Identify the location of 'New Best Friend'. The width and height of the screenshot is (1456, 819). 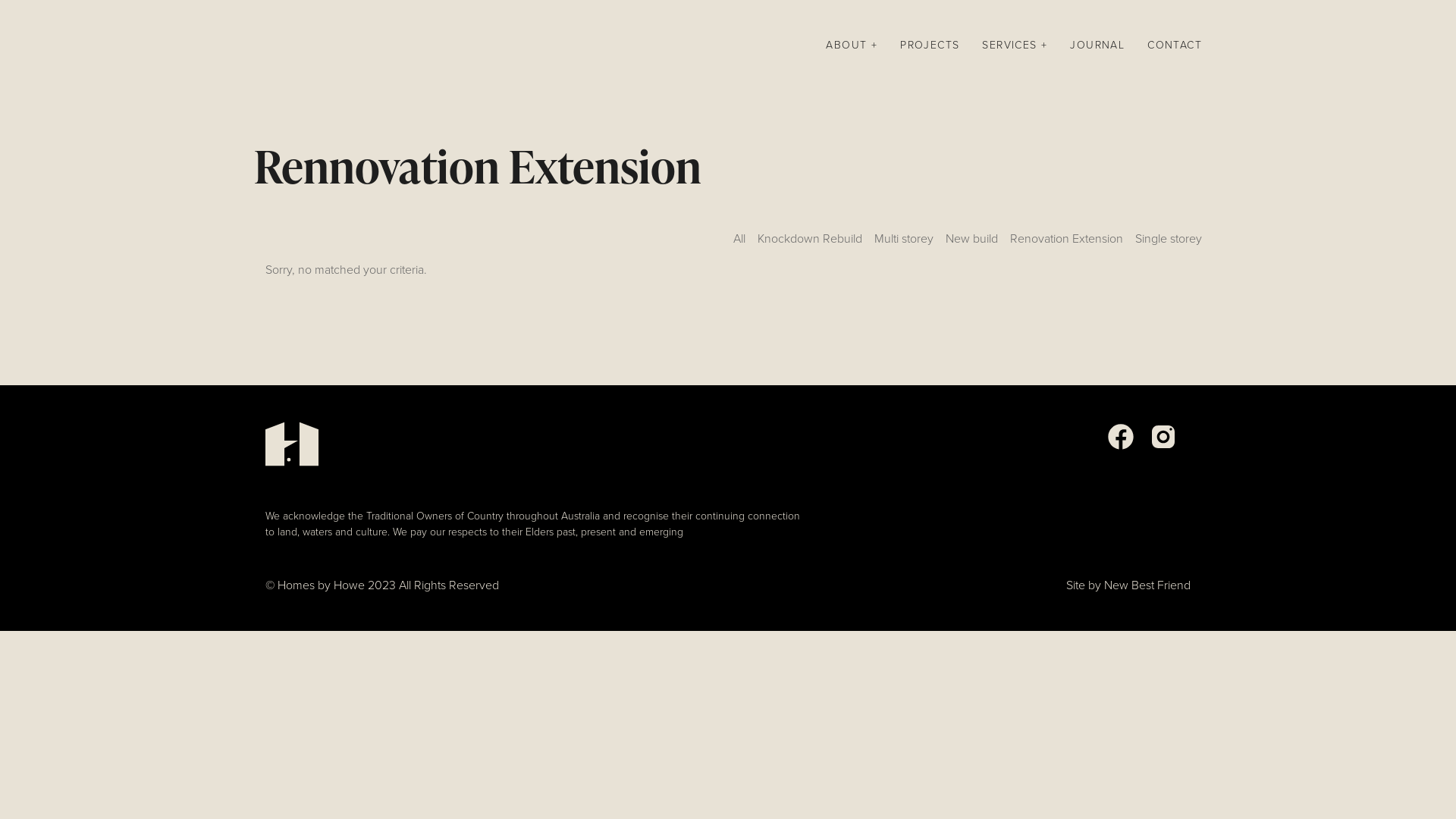
(1103, 584).